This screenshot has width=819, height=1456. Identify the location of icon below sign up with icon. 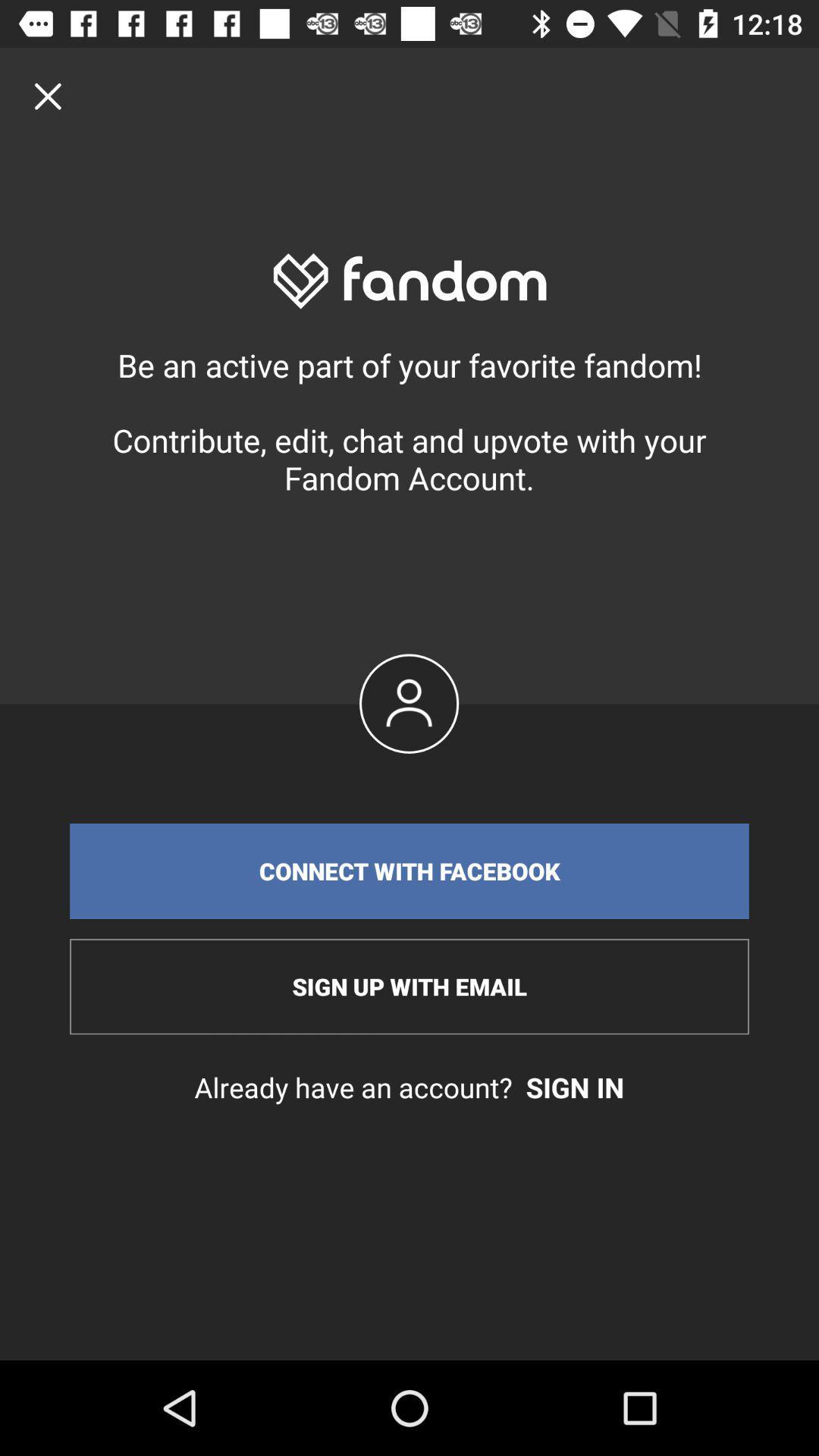
(409, 1087).